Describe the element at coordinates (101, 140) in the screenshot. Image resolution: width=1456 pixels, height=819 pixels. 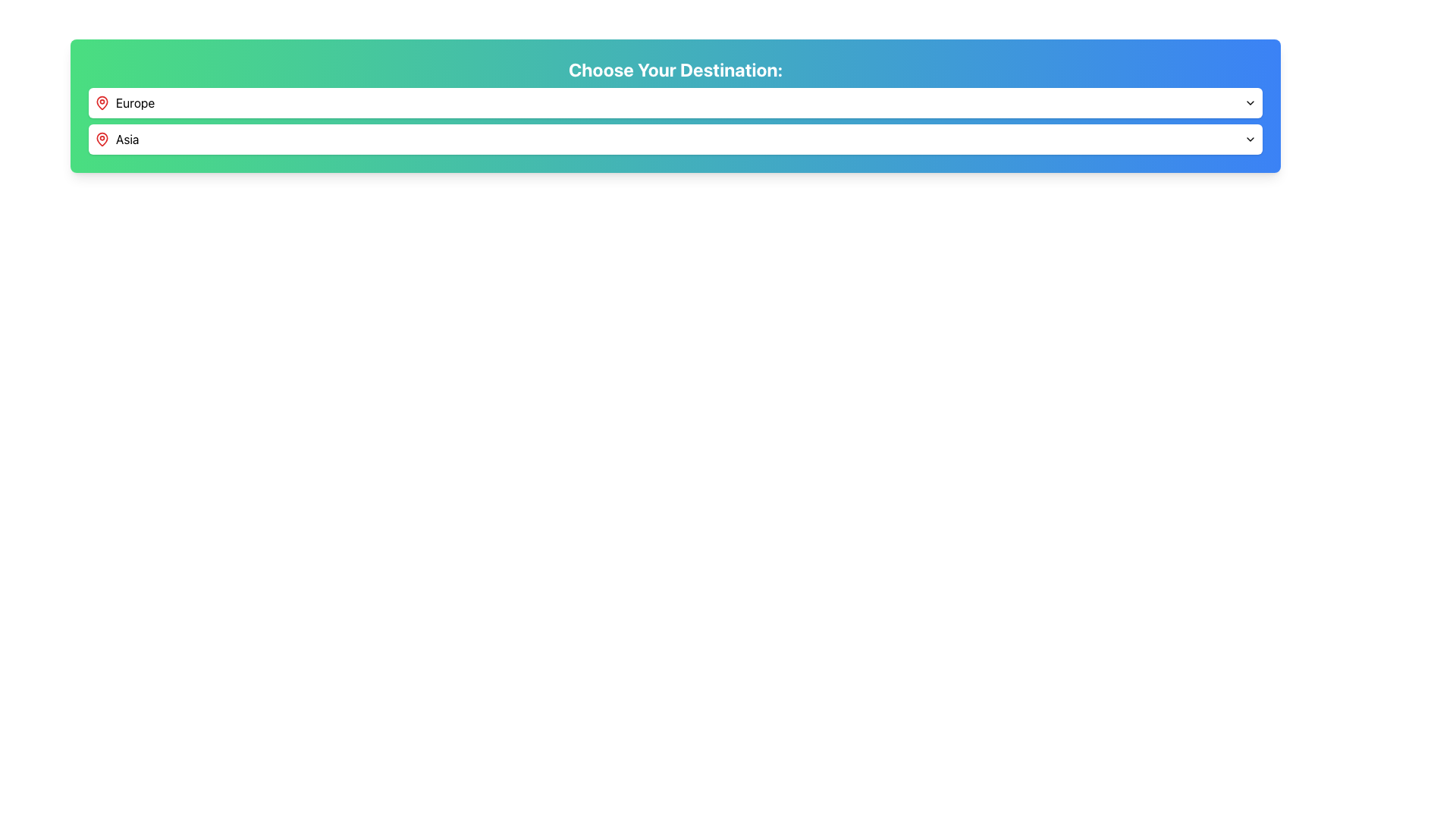
I see `the red pin icon representing a location marker, which is located to the left of the 'Asia' label in the dropdown menu` at that location.